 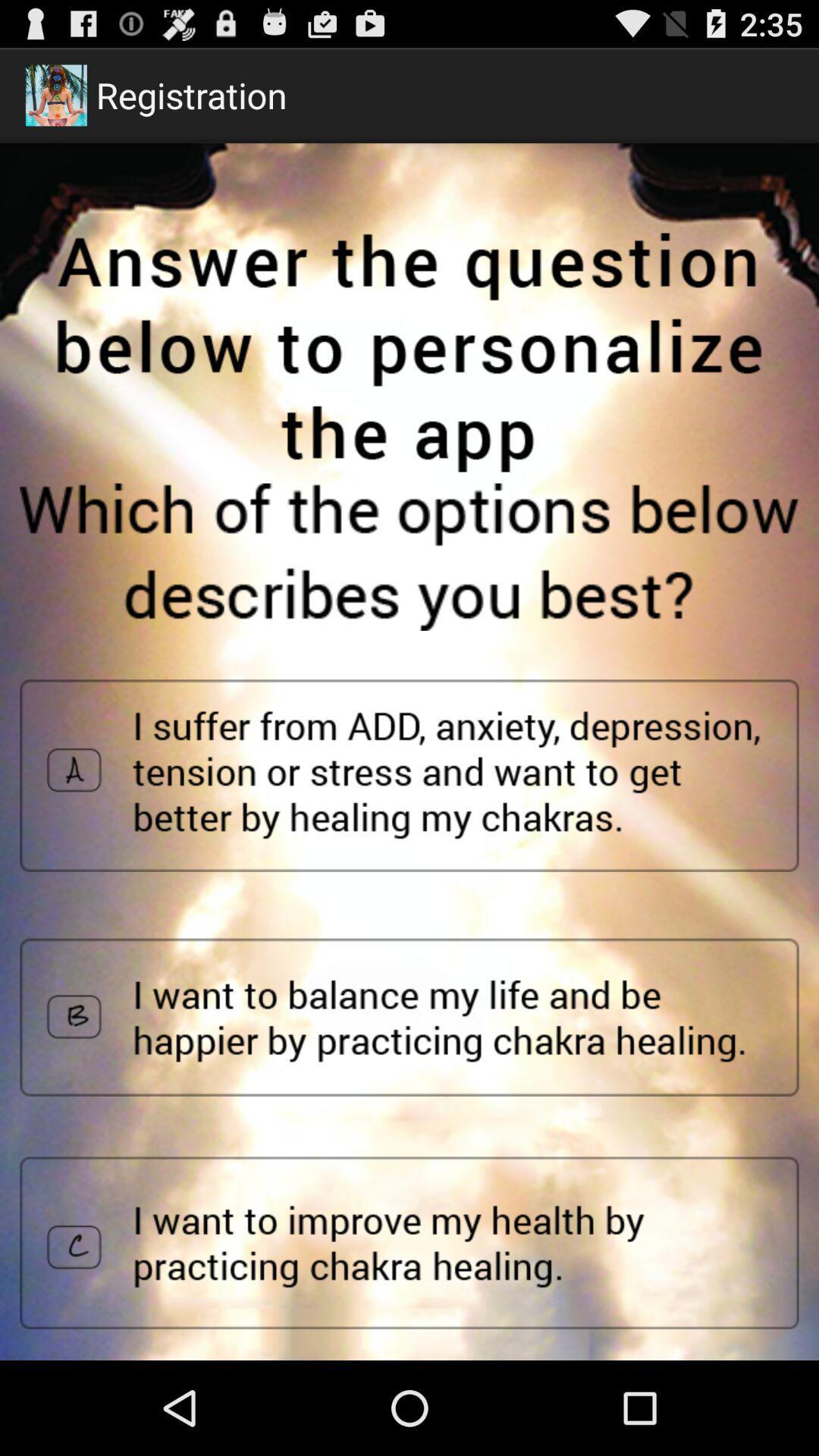 What do you see at coordinates (409, 1017) in the screenshot?
I see `answer` at bounding box center [409, 1017].